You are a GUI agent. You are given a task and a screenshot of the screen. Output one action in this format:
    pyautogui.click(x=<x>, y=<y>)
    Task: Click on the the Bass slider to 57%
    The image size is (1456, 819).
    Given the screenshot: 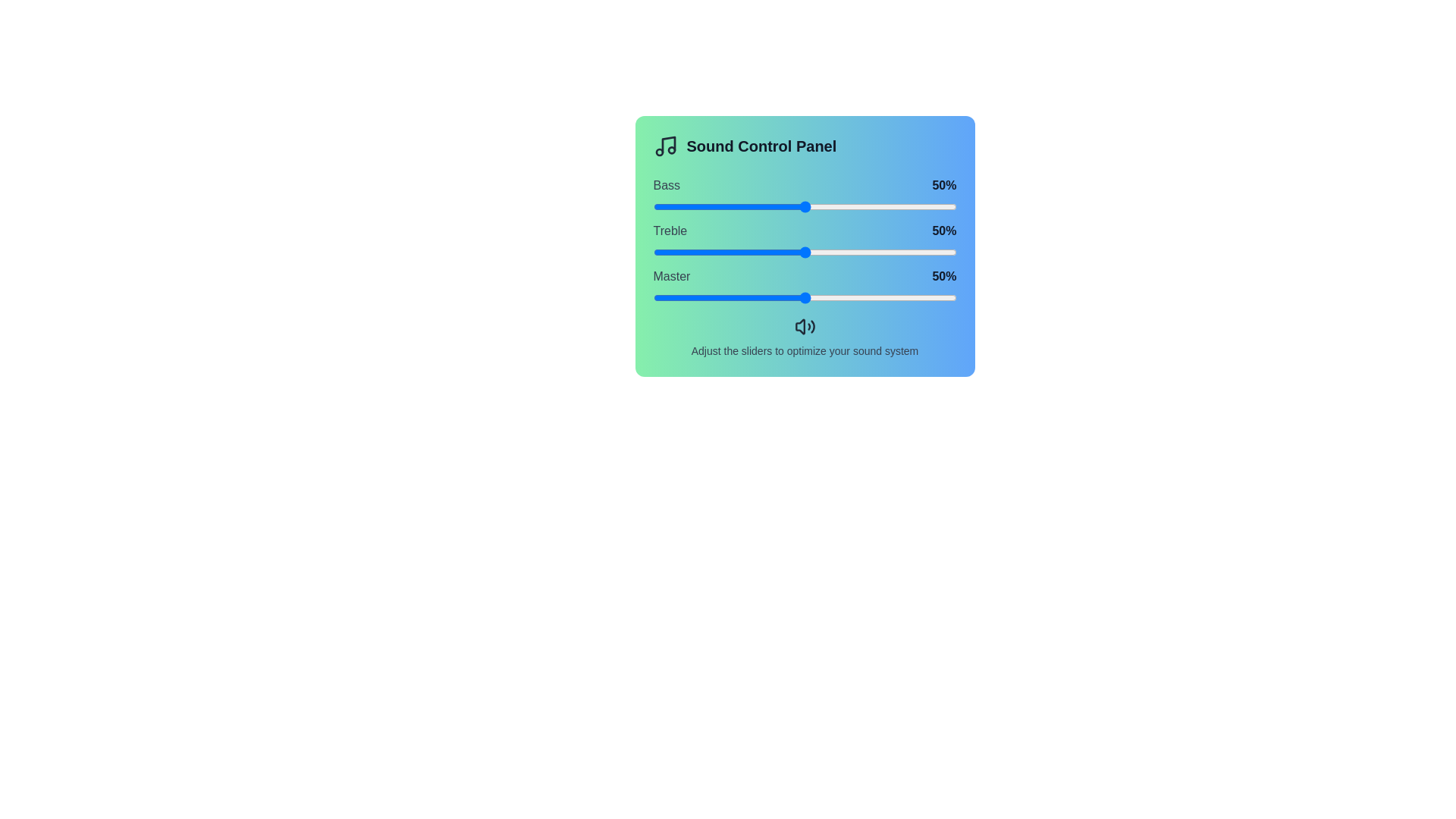 What is the action you would take?
    pyautogui.click(x=825, y=207)
    